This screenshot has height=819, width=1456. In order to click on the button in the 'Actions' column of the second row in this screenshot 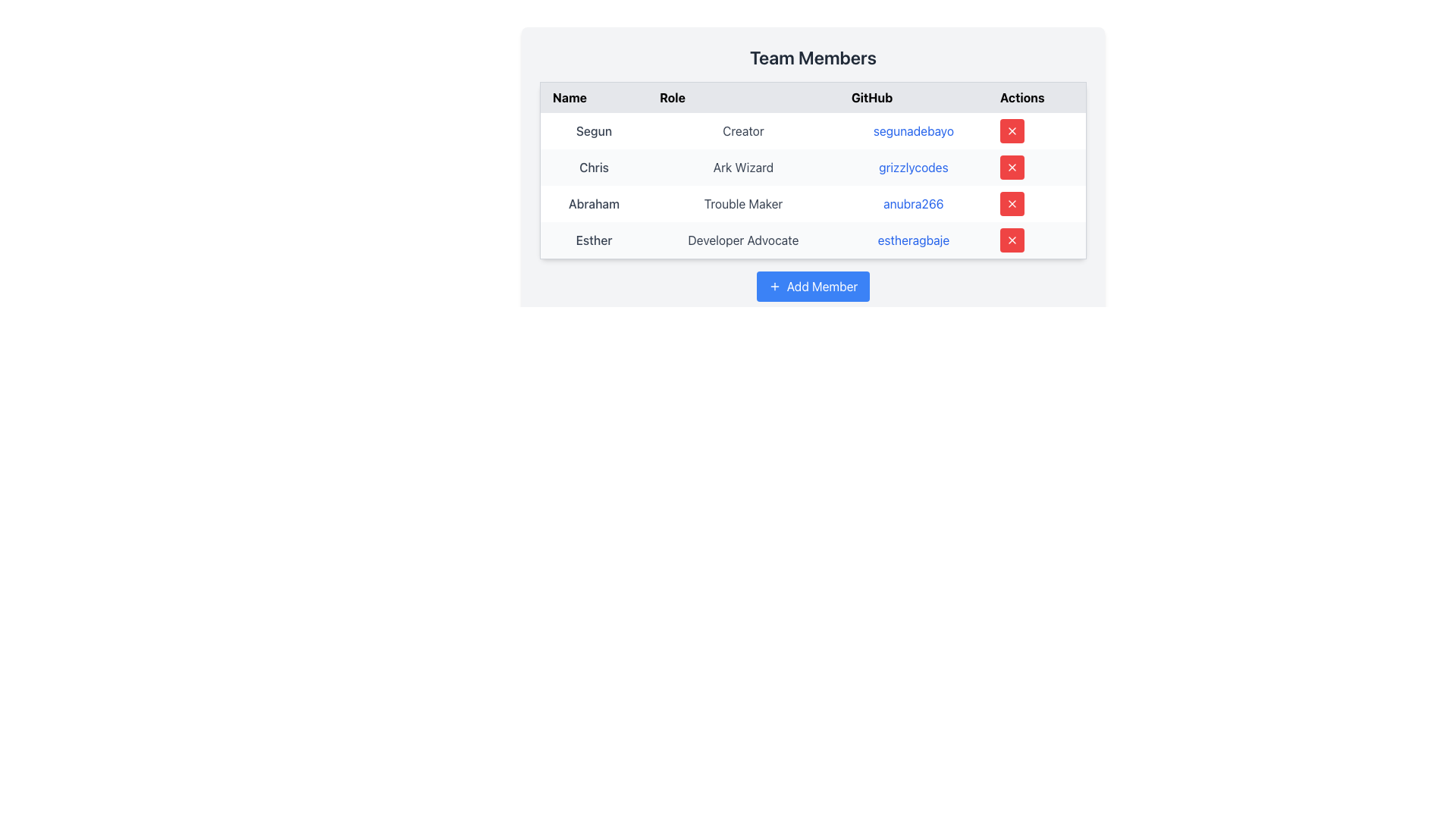, I will do `click(1012, 167)`.